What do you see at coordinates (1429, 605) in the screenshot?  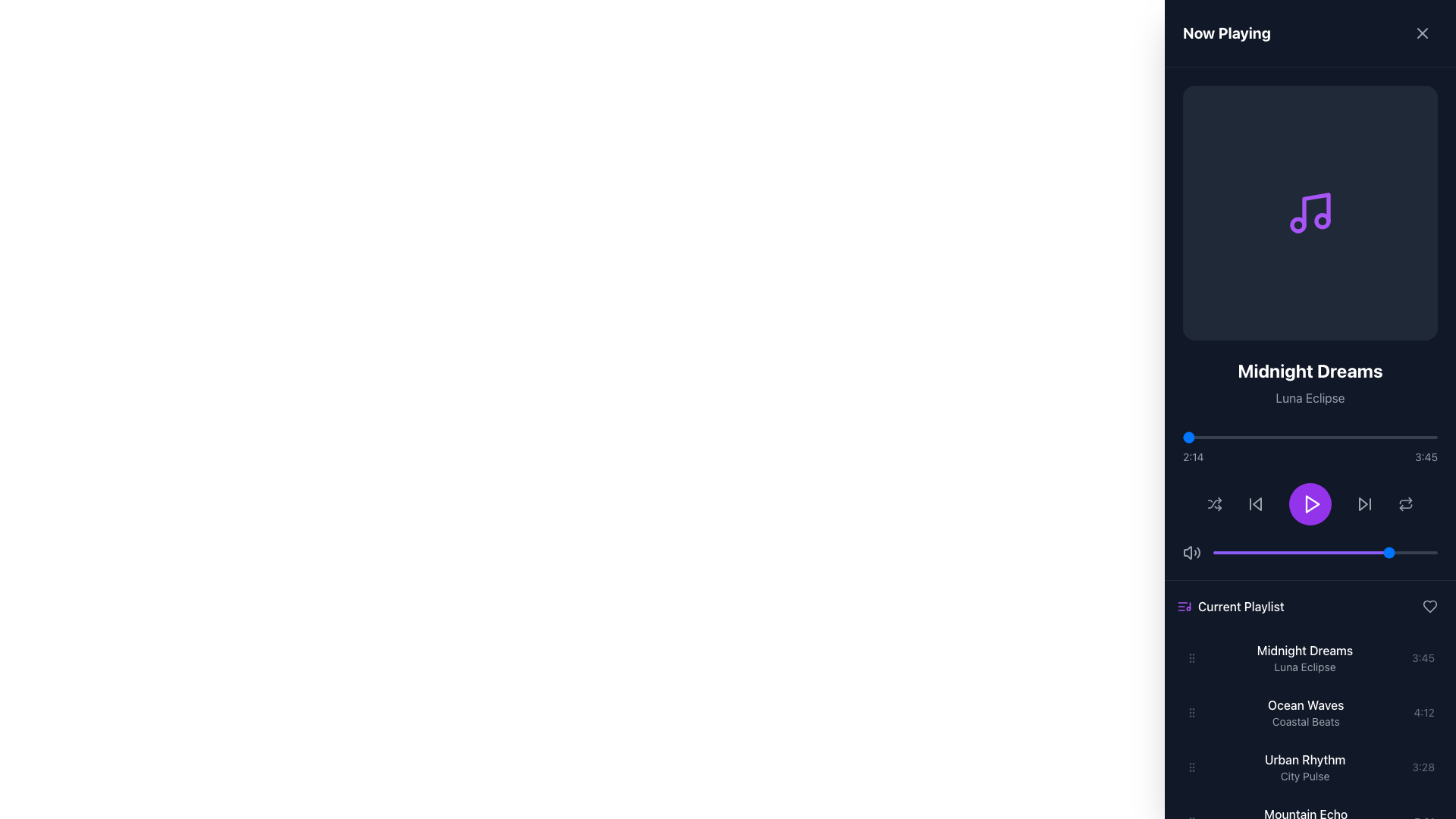 I see `the heart icon in the 'Current Playlist' section` at bounding box center [1429, 605].